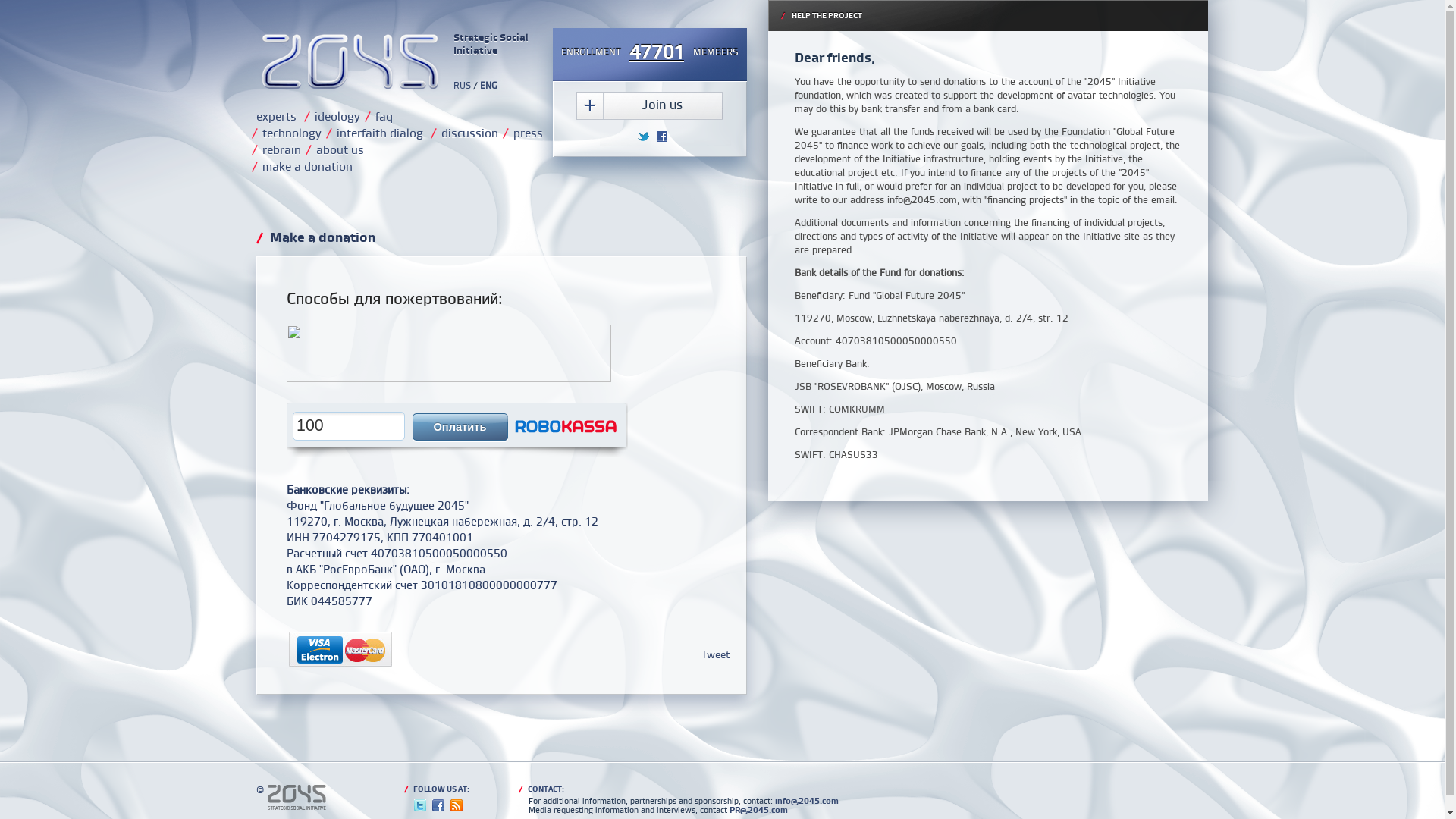 The width and height of the screenshot is (1456, 819). I want to click on 'interfaith dialog', so click(379, 131).